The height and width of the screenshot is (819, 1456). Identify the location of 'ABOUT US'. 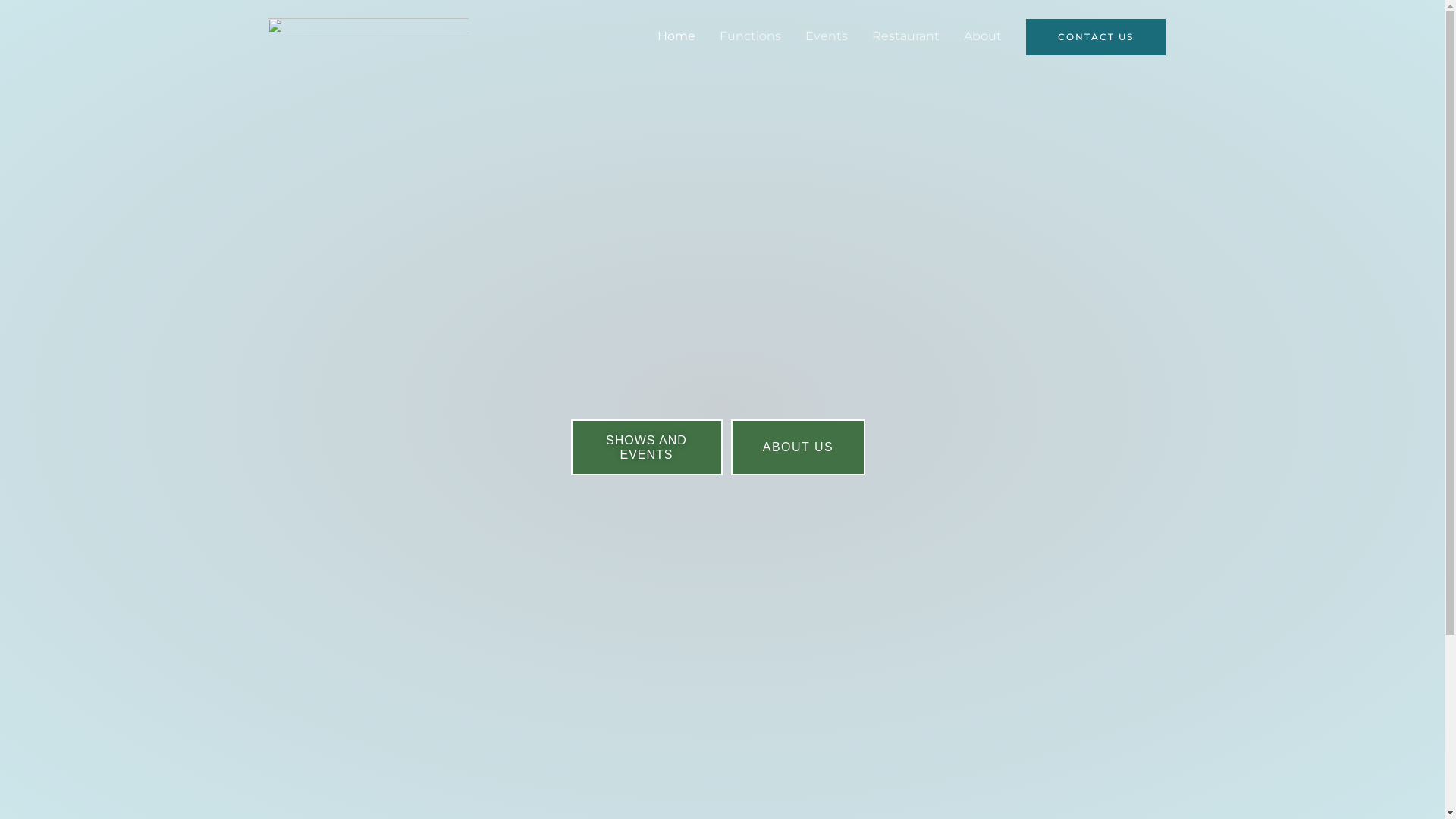
(731, 447).